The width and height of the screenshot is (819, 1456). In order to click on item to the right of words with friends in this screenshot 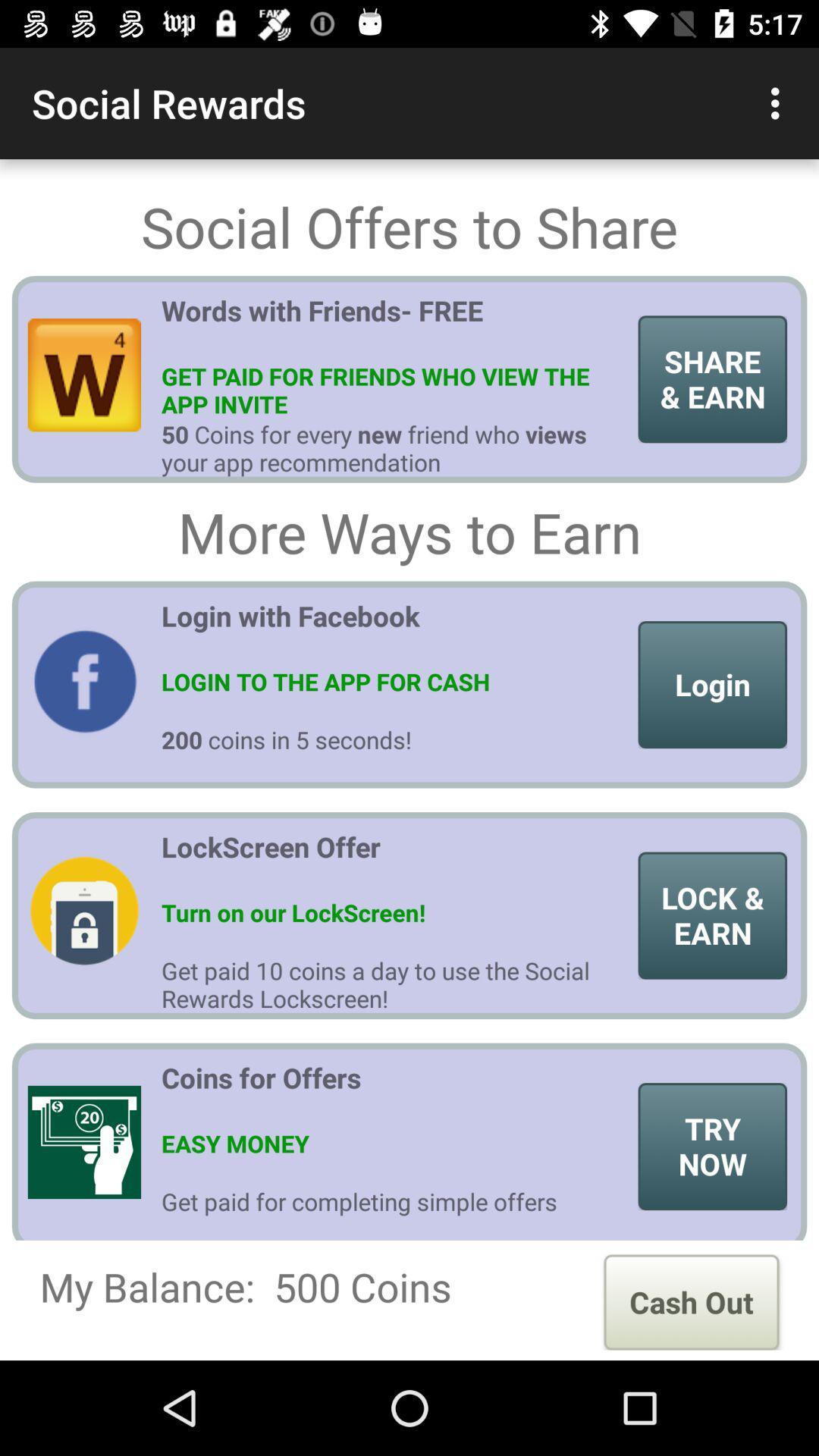, I will do `click(712, 379)`.